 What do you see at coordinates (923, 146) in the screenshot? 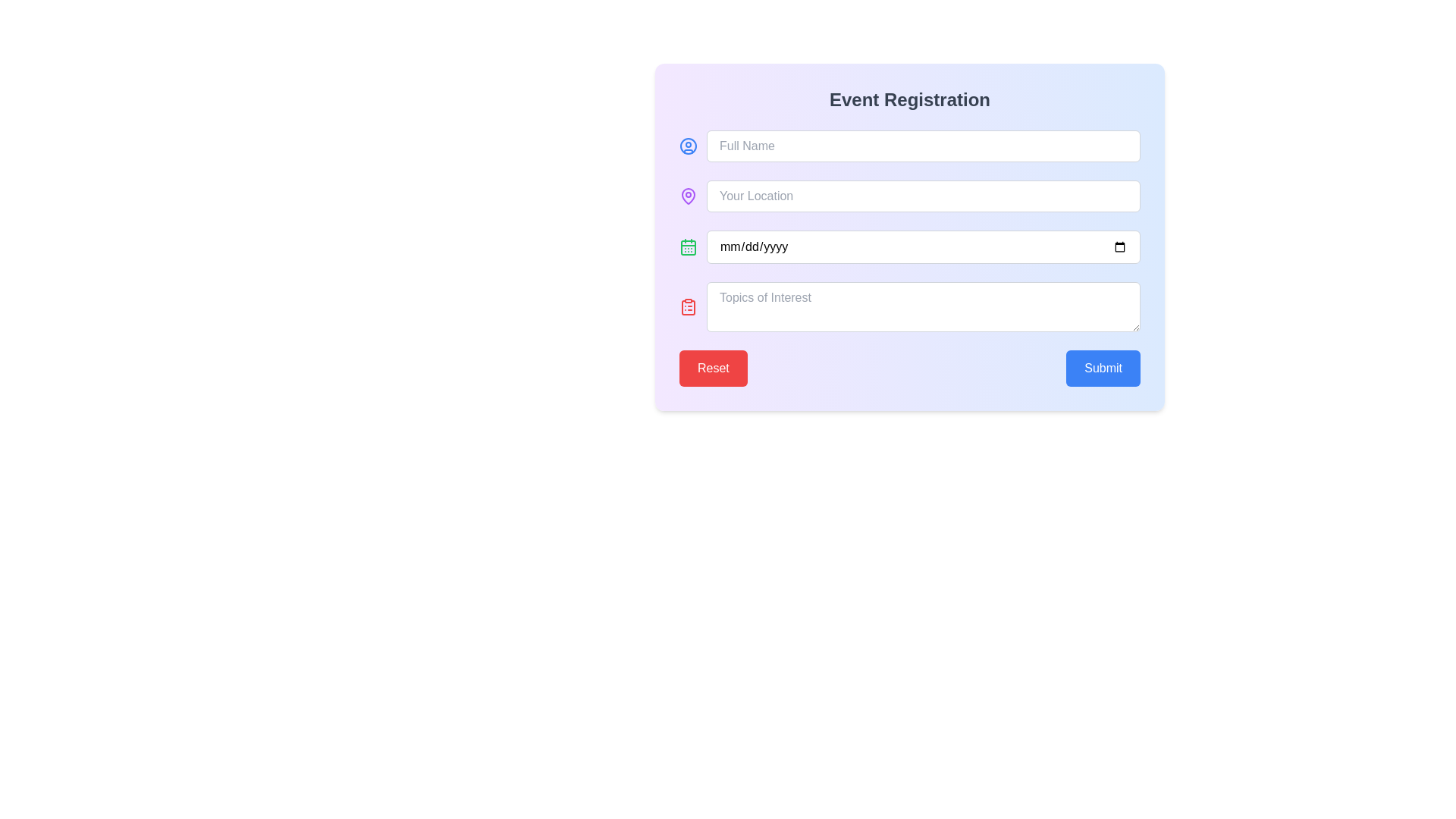
I see `the Text input field for full names in the Event Registration form using the Tab key` at bounding box center [923, 146].